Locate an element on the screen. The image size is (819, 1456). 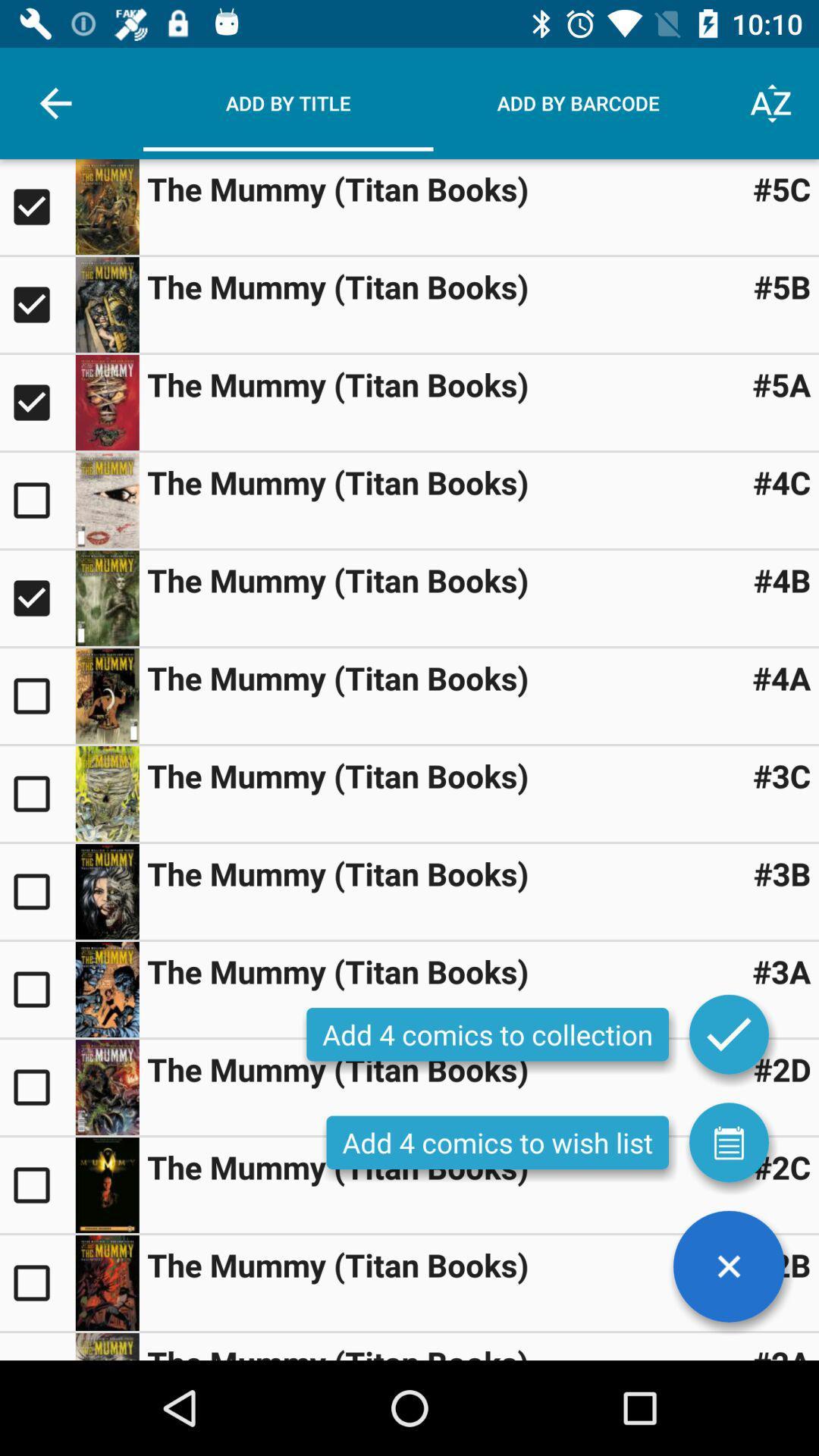
icon next to add by barcode item is located at coordinates (771, 102).